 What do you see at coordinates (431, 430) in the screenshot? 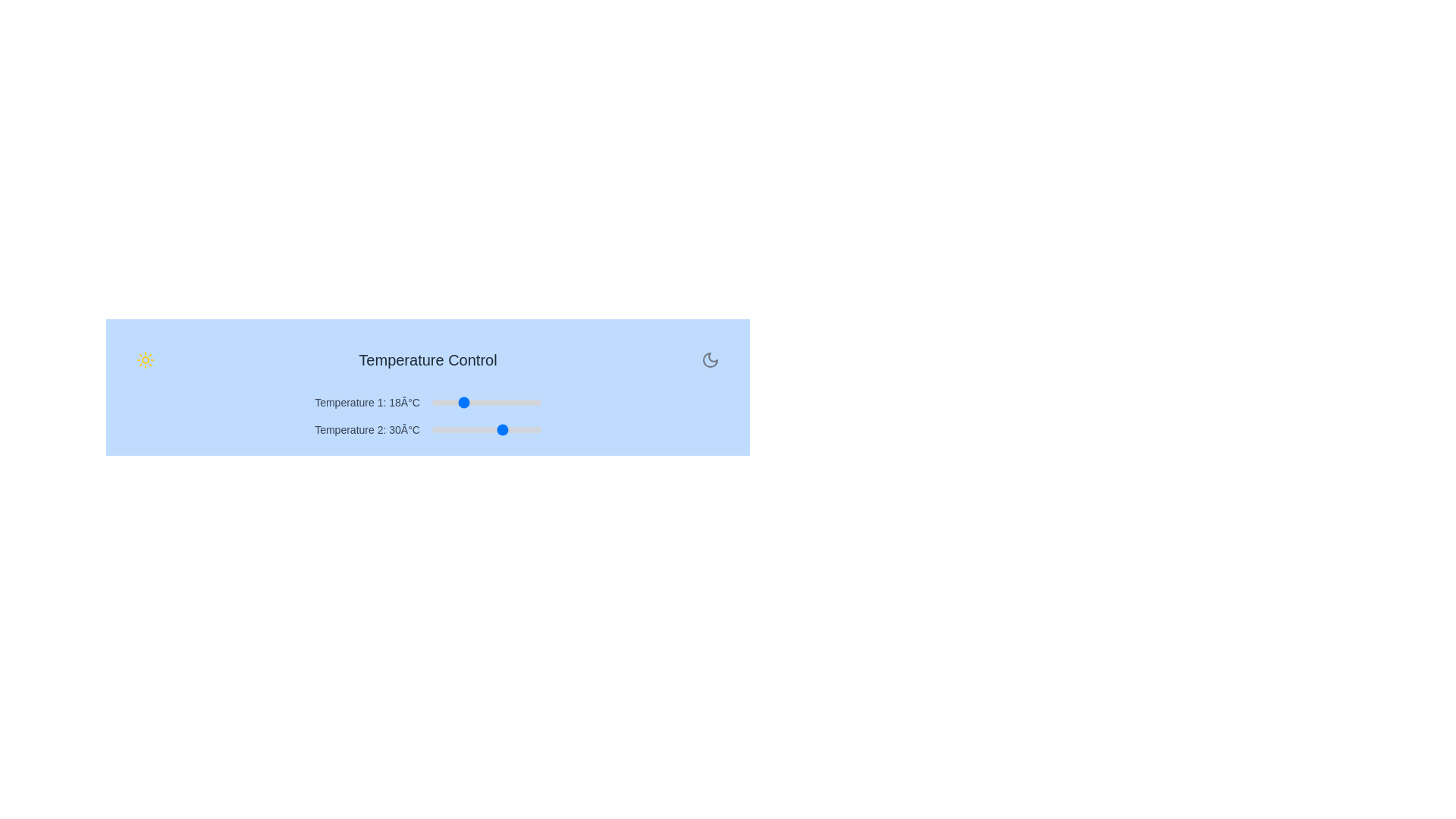
I see `the temperature slider` at bounding box center [431, 430].